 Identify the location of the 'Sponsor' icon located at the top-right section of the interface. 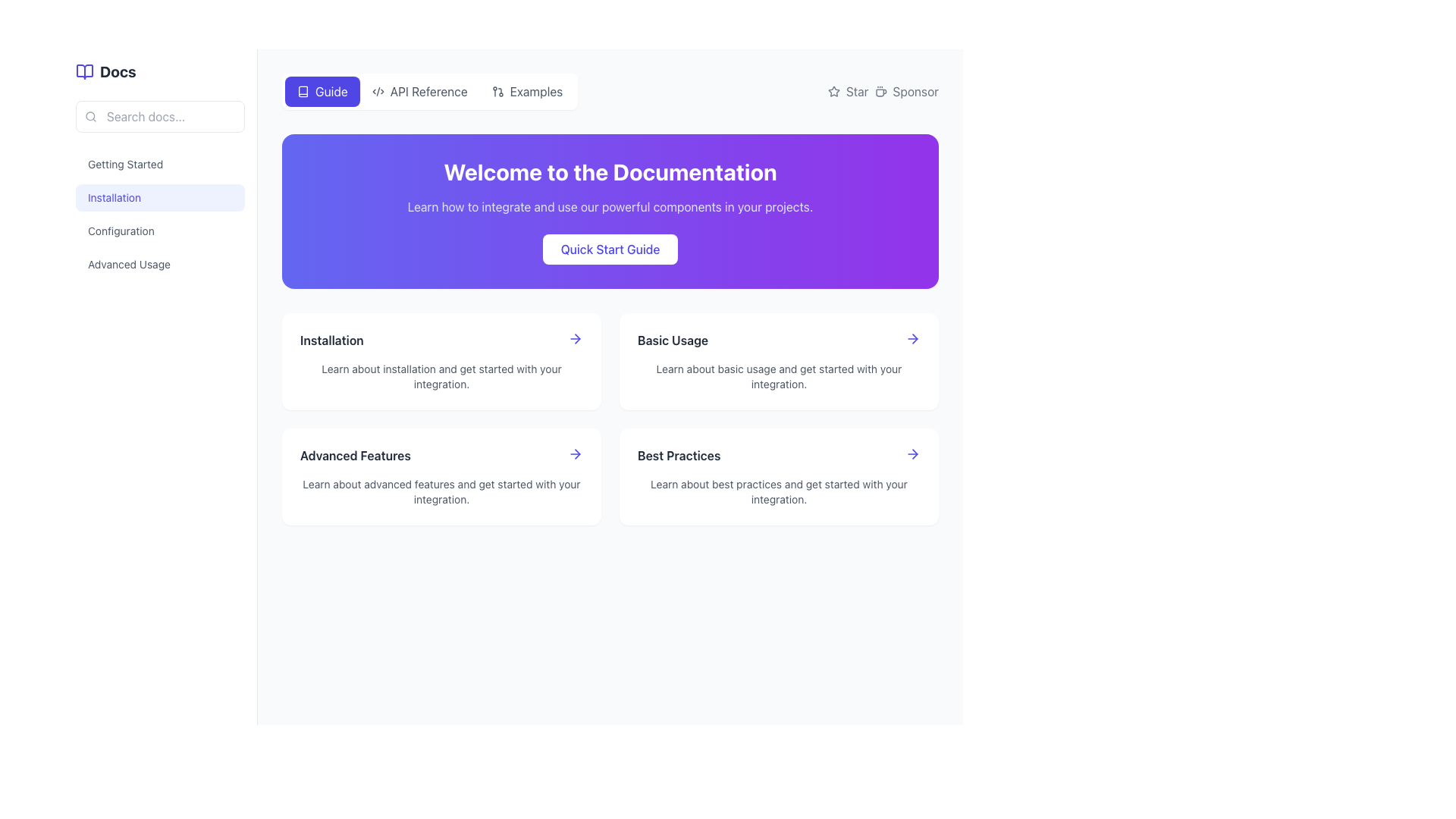
(880, 91).